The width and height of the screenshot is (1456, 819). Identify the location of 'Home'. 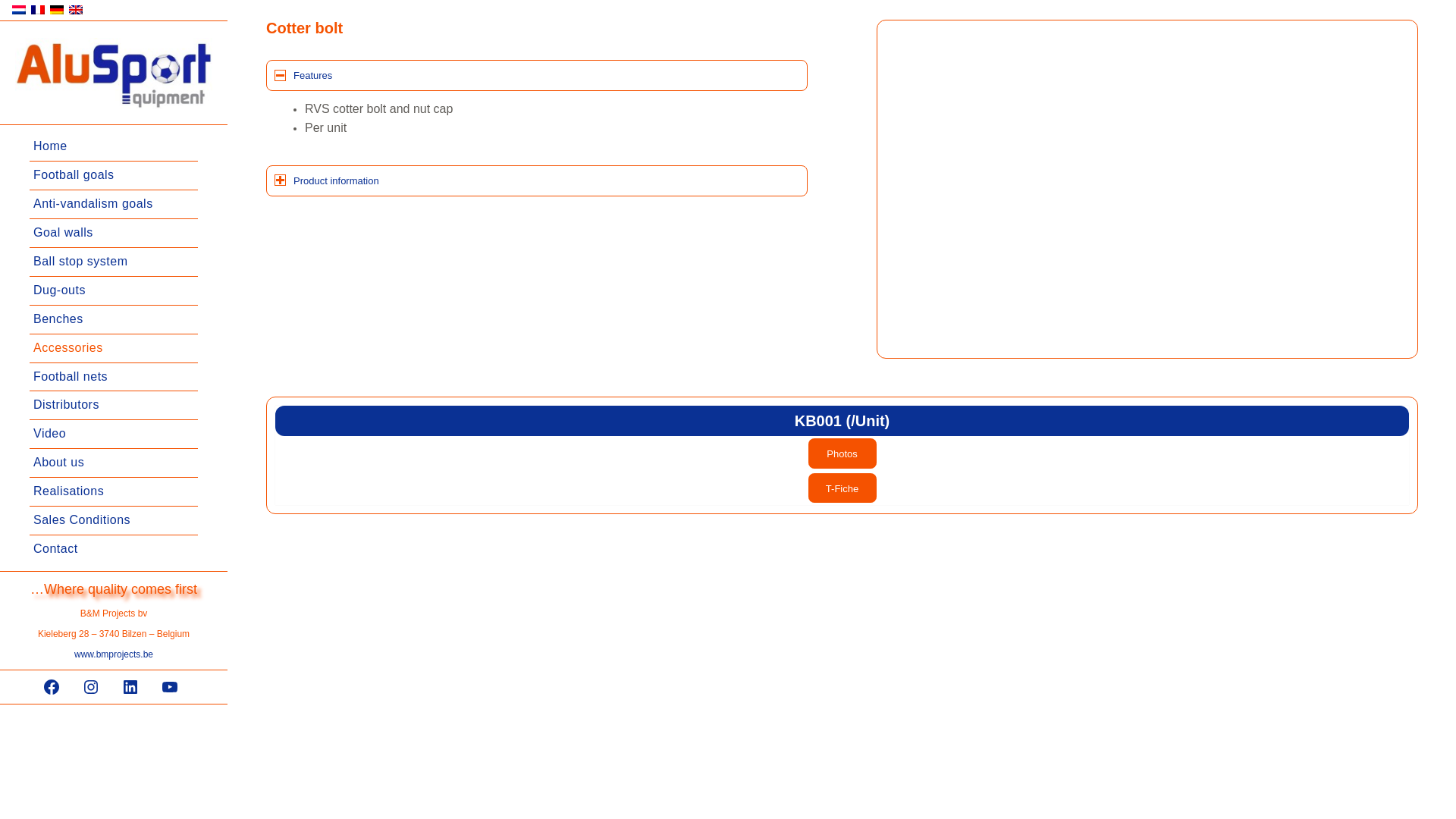
(112, 146).